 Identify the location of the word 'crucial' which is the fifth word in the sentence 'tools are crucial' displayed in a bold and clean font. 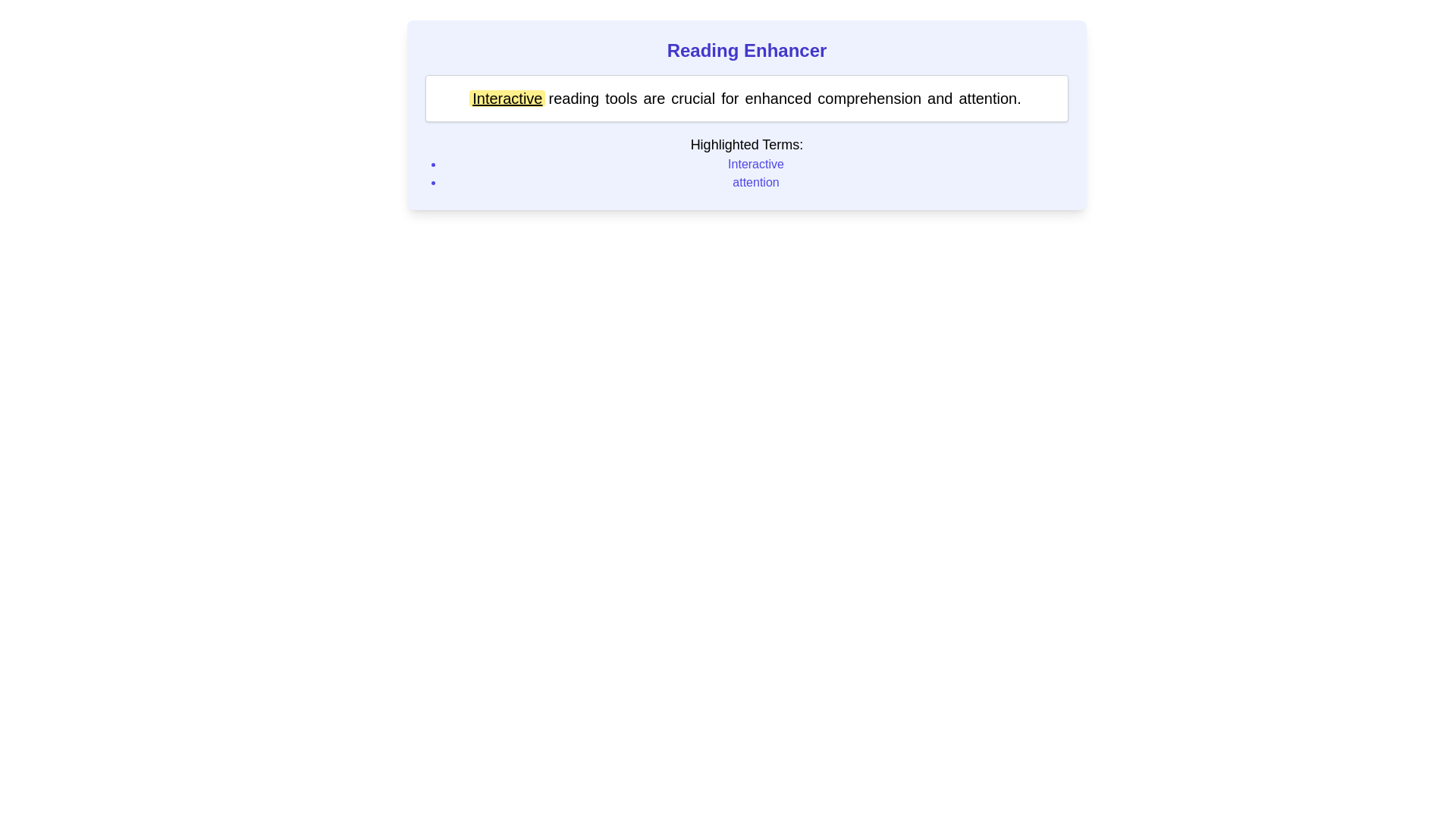
(692, 99).